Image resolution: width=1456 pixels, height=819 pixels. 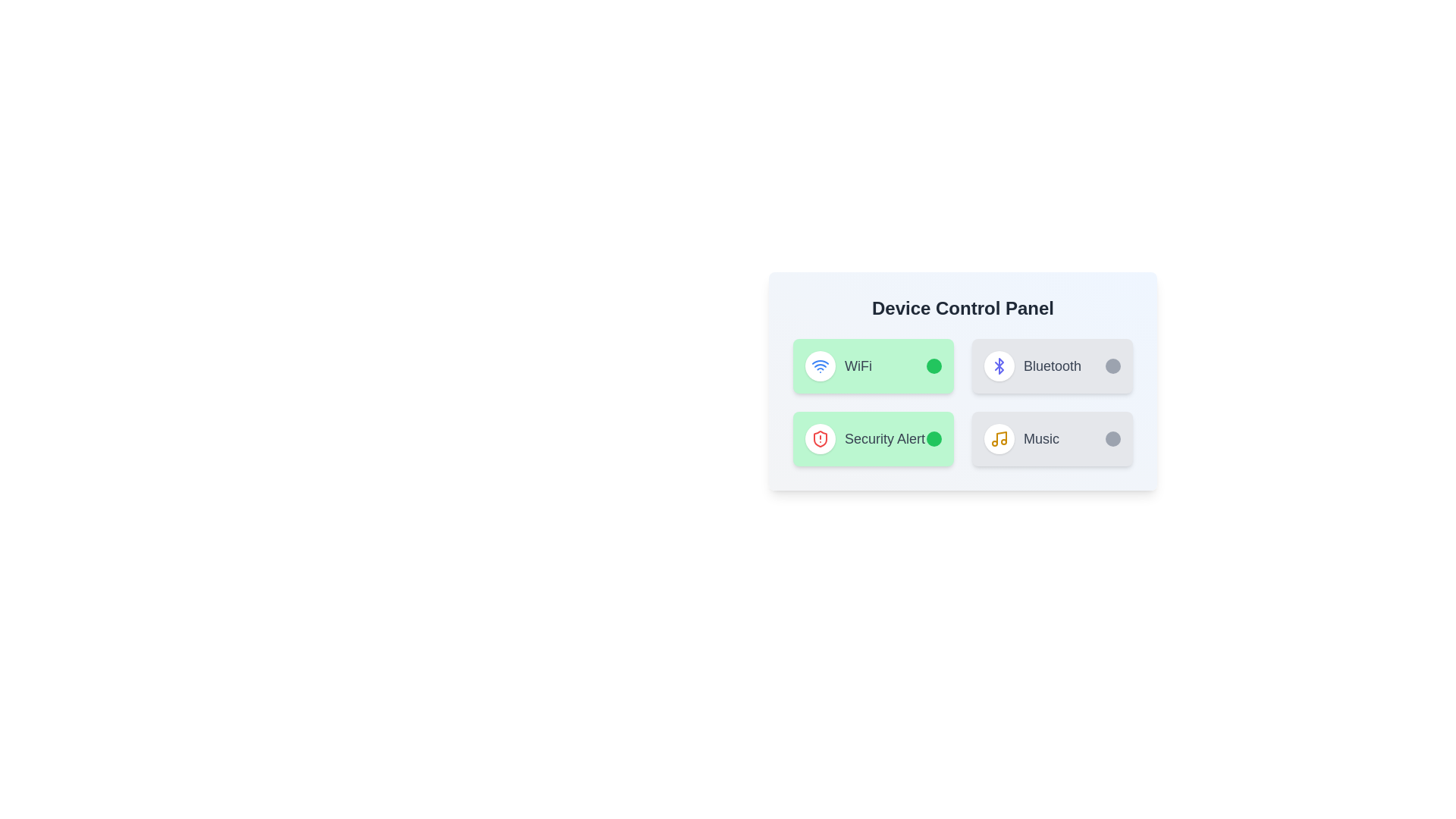 What do you see at coordinates (1051, 366) in the screenshot?
I see `the 'Bluetooth' card to toggle its state` at bounding box center [1051, 366].